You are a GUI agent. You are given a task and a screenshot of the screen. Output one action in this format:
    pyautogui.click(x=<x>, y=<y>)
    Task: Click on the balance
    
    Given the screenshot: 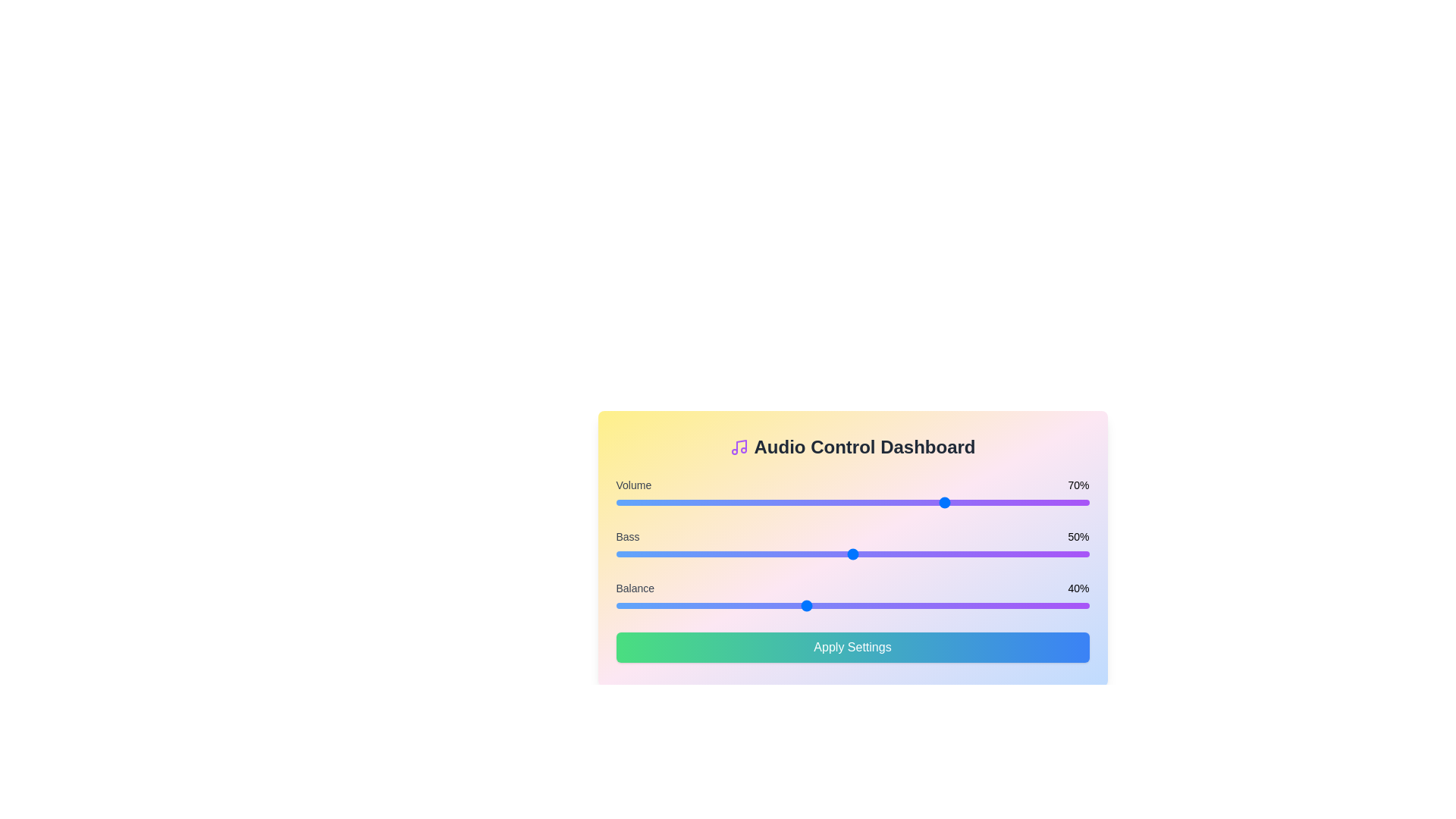 What is the action you would take?
    pyautogui.click(x=843, y=604)
    